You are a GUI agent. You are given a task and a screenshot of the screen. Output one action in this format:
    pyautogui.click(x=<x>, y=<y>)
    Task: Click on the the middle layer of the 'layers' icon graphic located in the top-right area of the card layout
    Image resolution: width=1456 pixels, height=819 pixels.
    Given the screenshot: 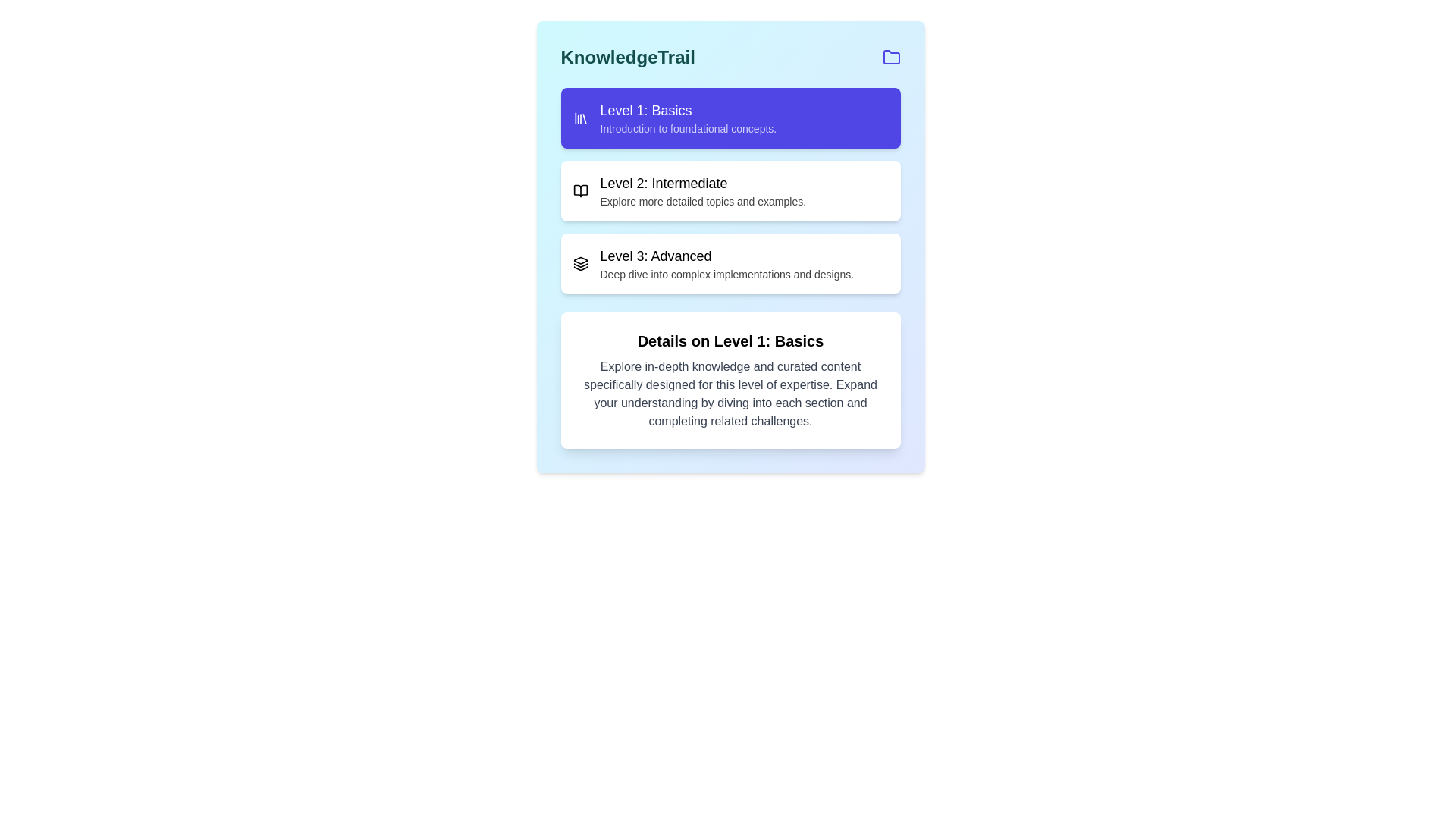 What is the action you would take?
    pyautogui.click(x=579, y=265)
    